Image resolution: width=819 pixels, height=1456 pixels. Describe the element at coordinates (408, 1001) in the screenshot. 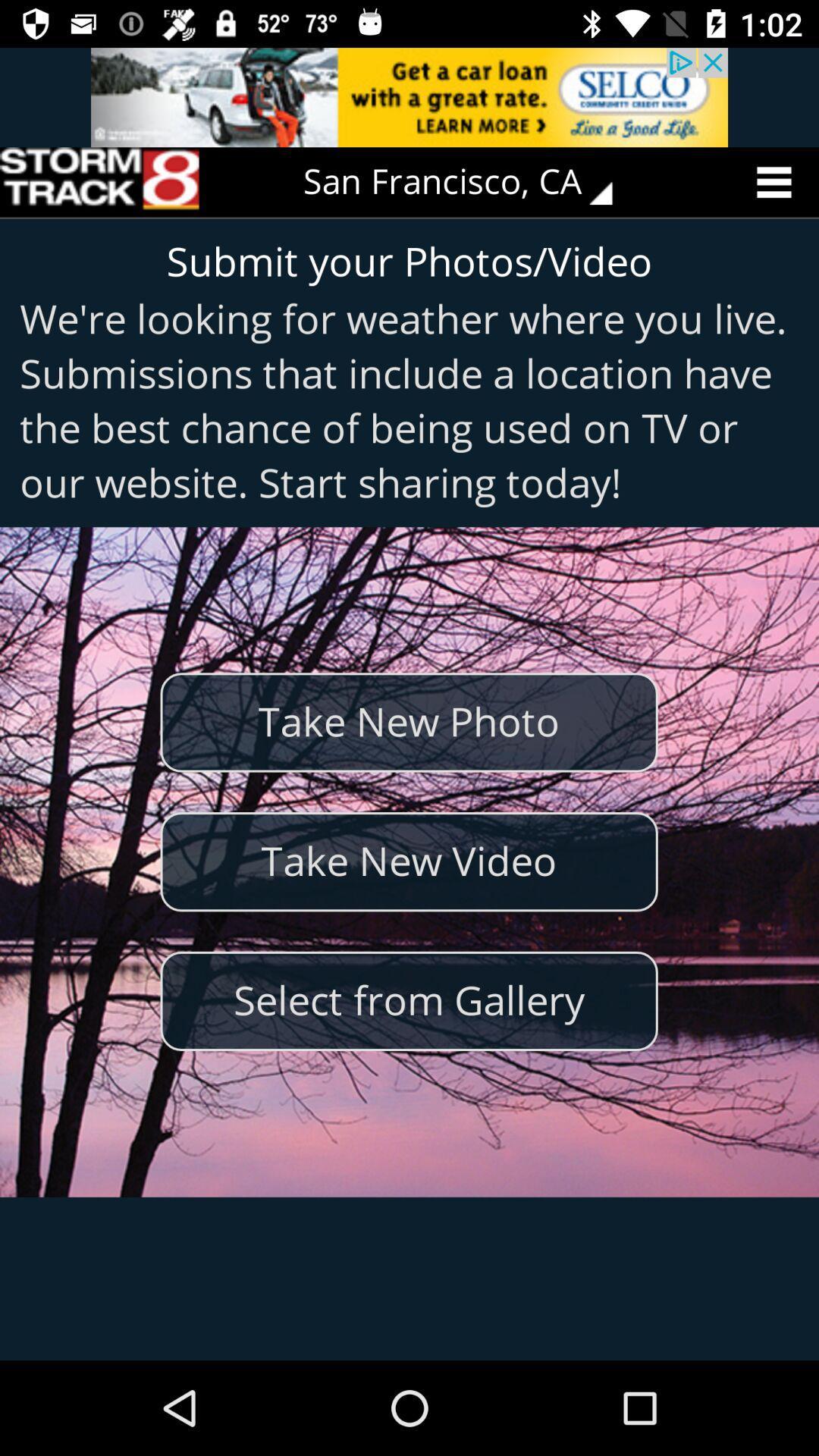

I see `item below the take new video` at that location.